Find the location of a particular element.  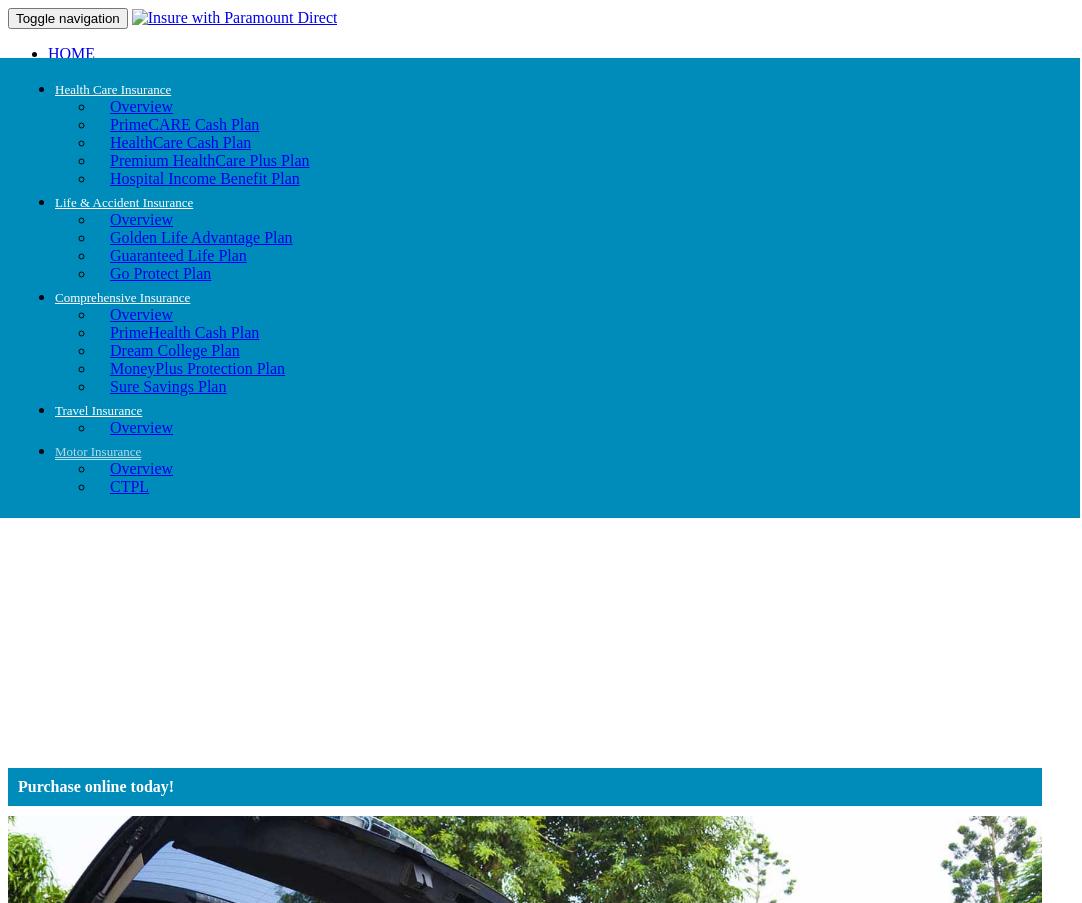

'HealthCare Cash Plan' is located at coordinates (179, 141).